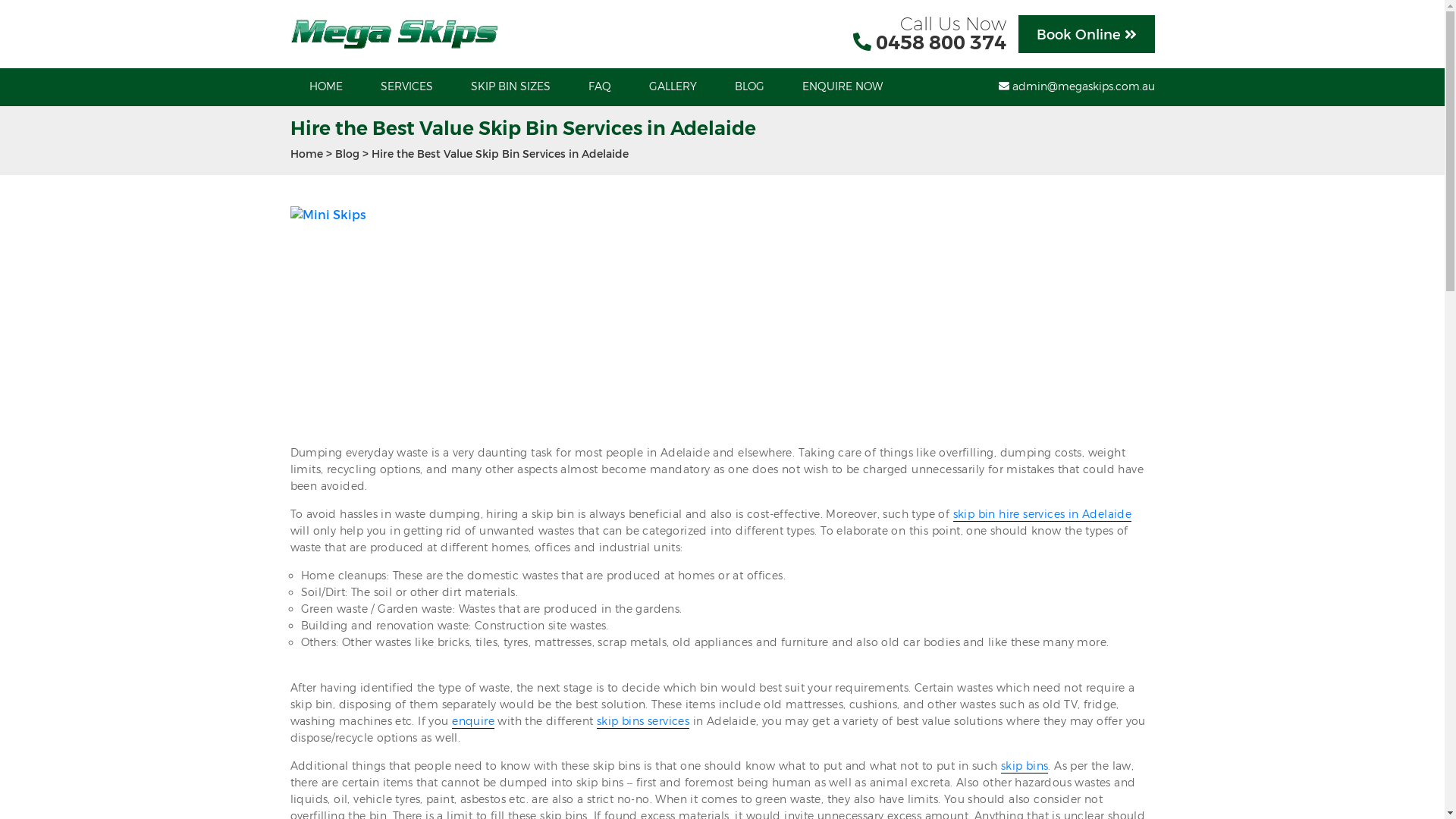  What do you see at coordinates (472, 720) in the screenshot?
I see `'enquire'` at bounding box center [472, 720].